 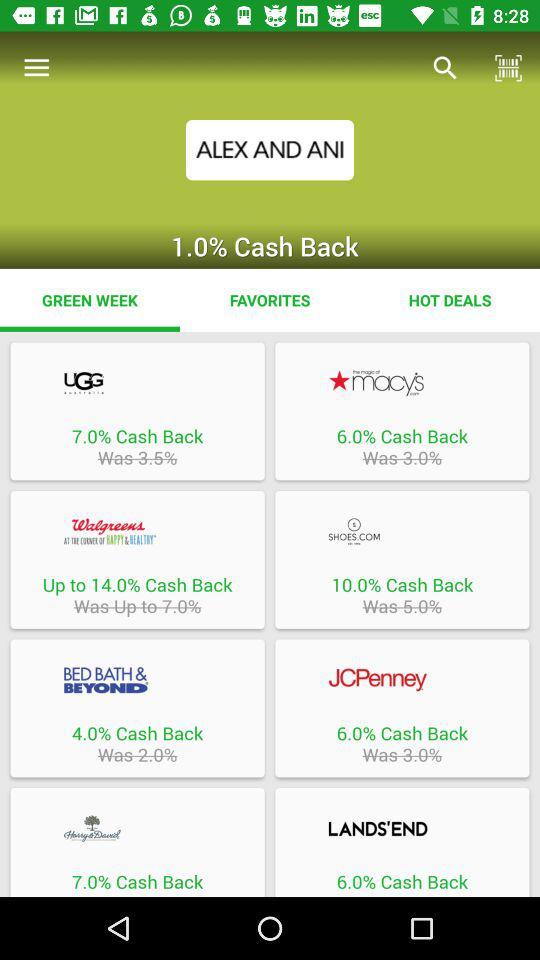 I want to click on choose the desired shop, so click(x=136, y=530).